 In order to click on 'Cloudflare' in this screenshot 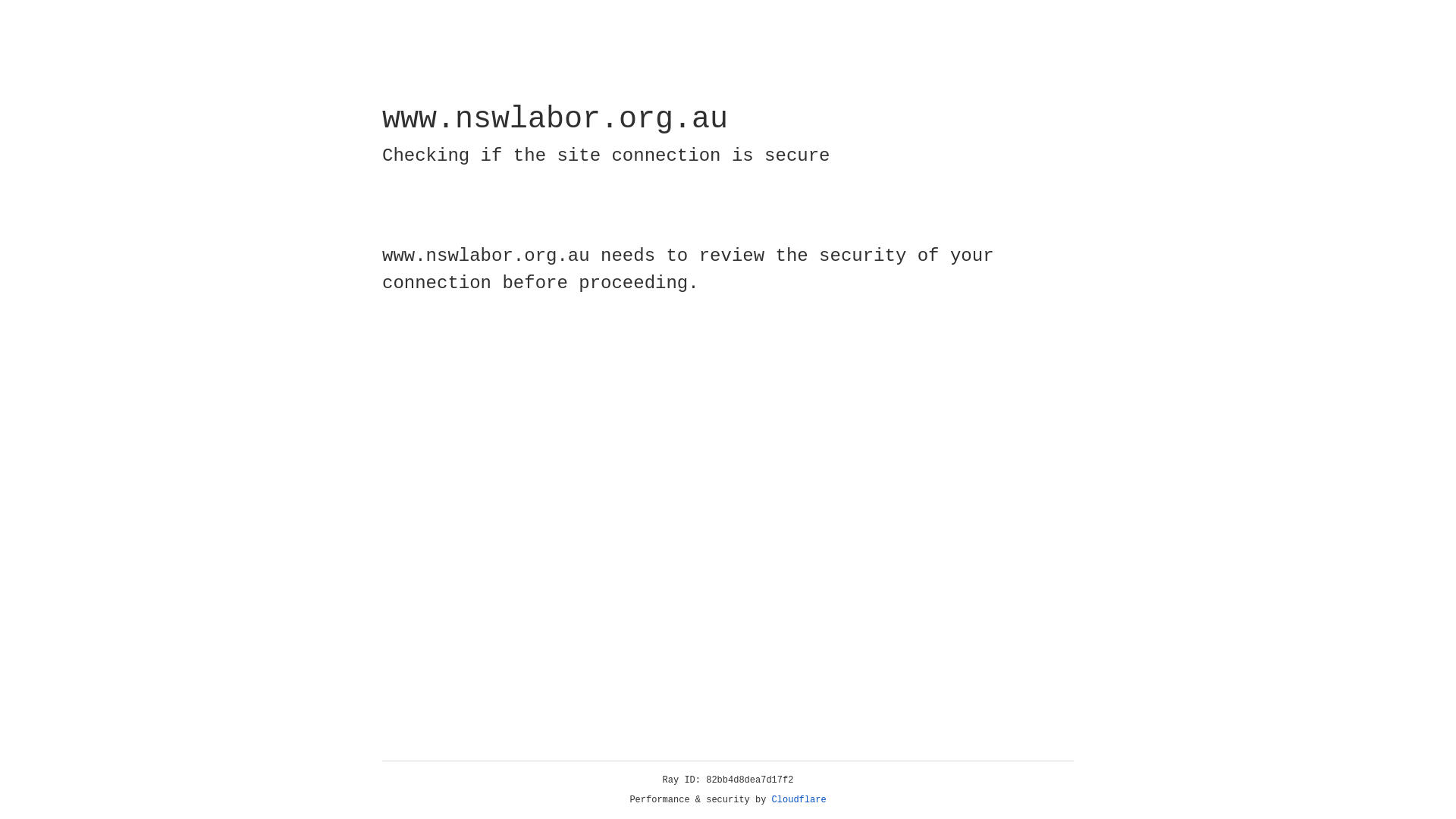, I will do `click(799, 799)`.